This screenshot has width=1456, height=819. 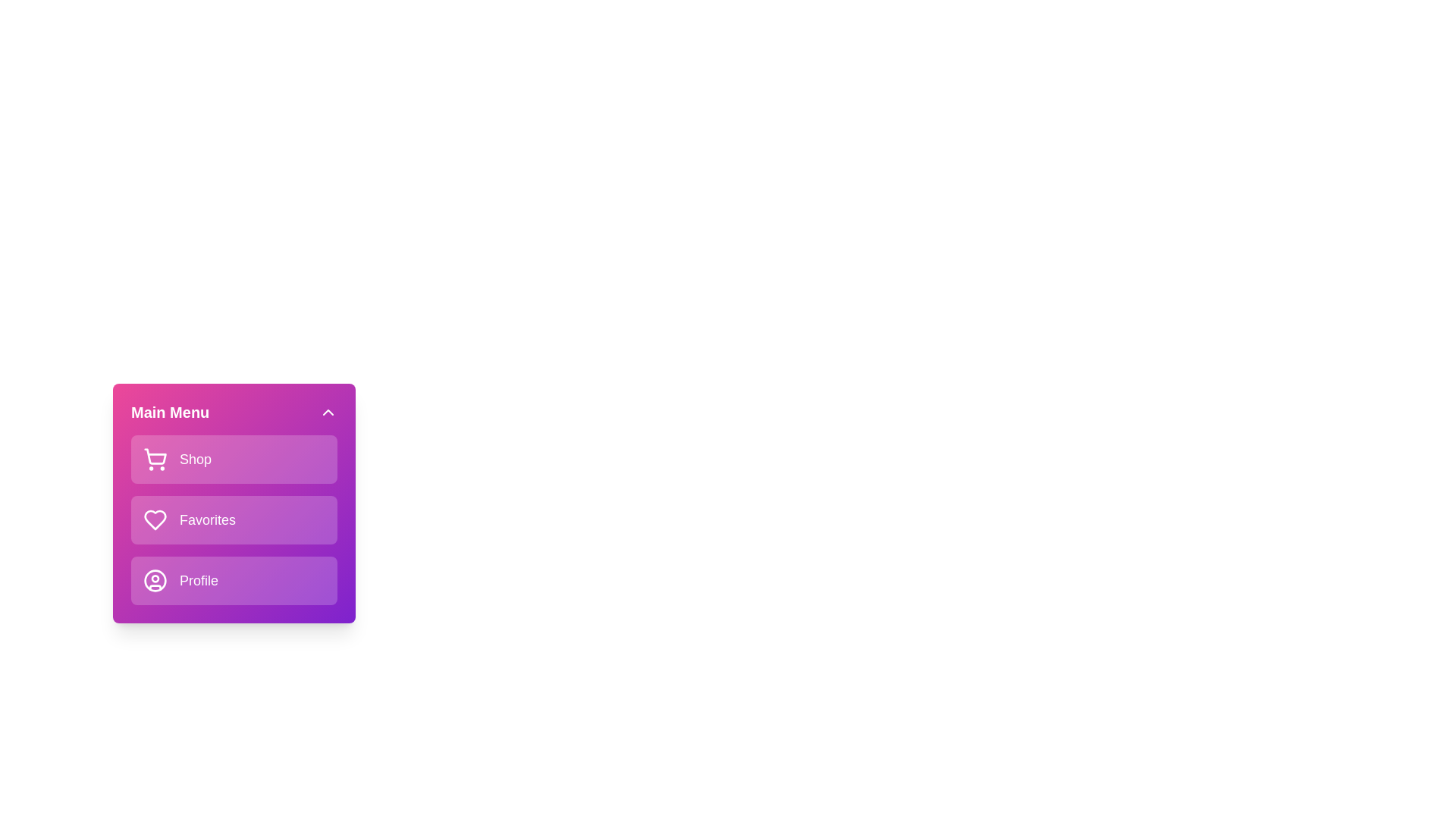 What do you see at coordinates (155, 458) in the screenshot?
I see `the menu item icon corresponding to Shop` at bounding box center [155, 458].